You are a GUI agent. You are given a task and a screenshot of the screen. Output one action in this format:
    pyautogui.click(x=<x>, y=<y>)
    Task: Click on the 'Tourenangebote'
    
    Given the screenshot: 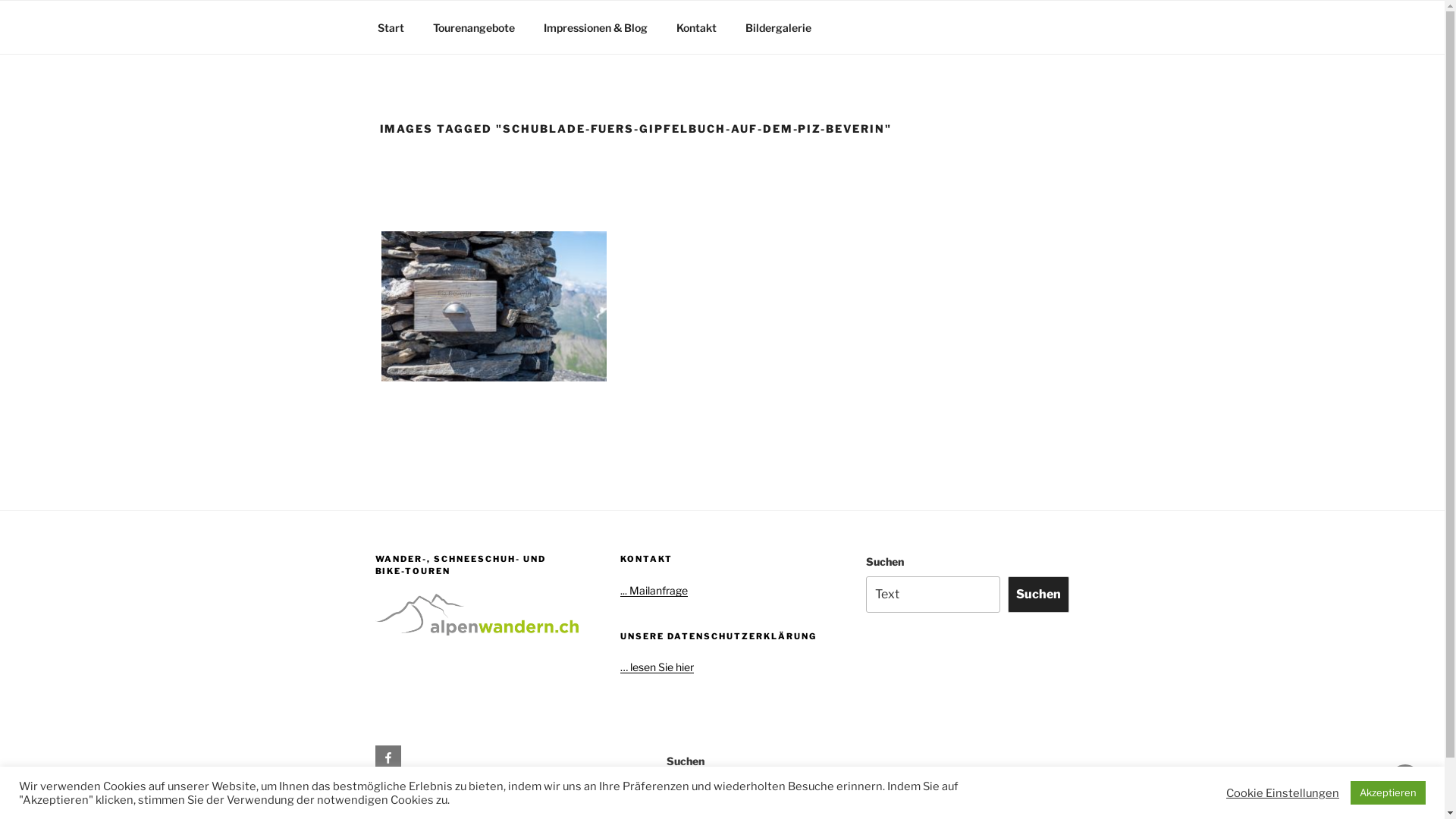 What is the action you would take?
    pyautogui.click(x=419, y=27)
    